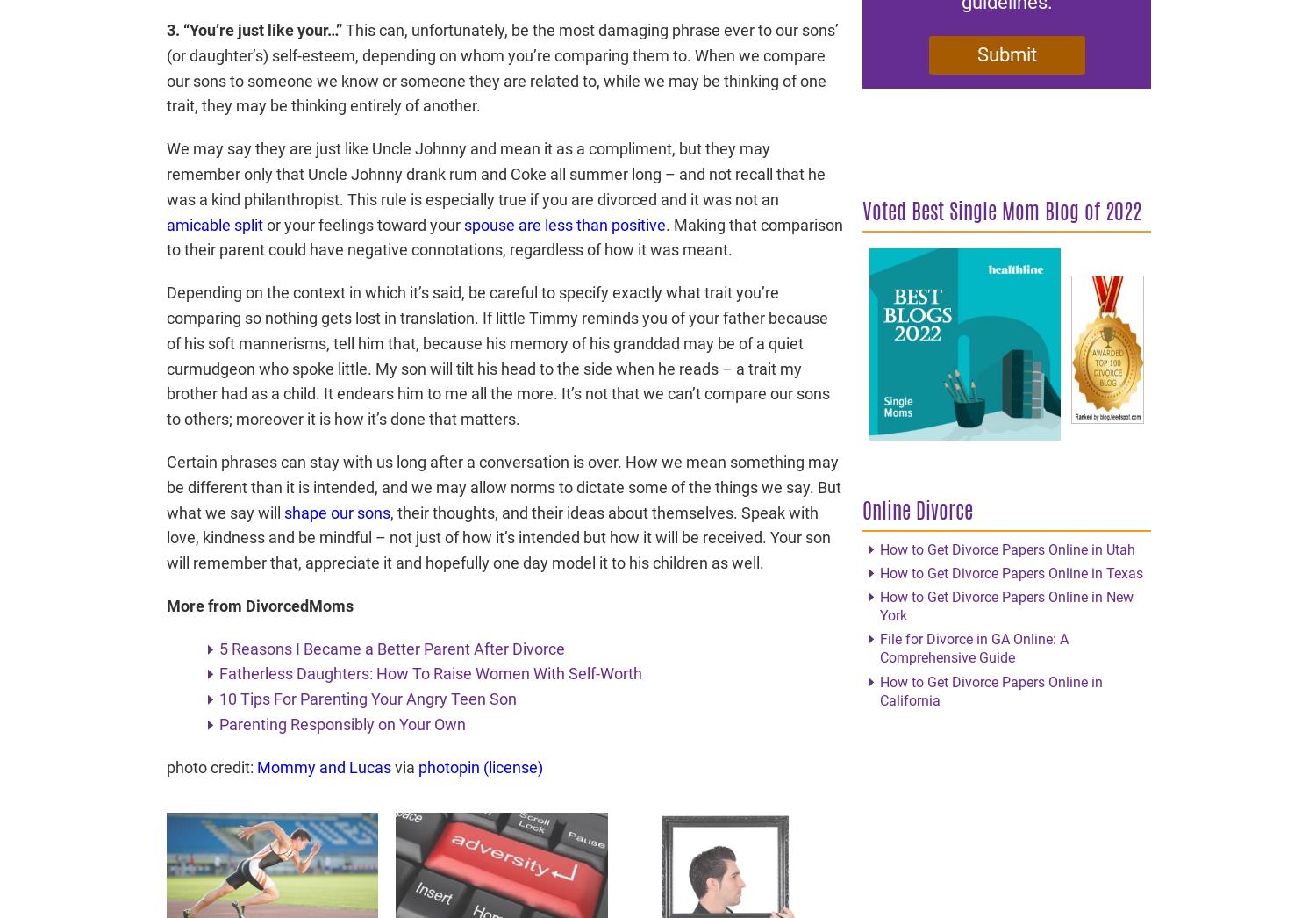 Image resolution: width=1316 pixels, height=918 pixels. I want to click on ', their thoughts, and their ideas about themselves. Speak with love, kindness and be mindful – not just of how it’s intended but how it will be received. Your son will remember that, appreciate it and hopefully one day model it to his children as well.', so click(497, 537).